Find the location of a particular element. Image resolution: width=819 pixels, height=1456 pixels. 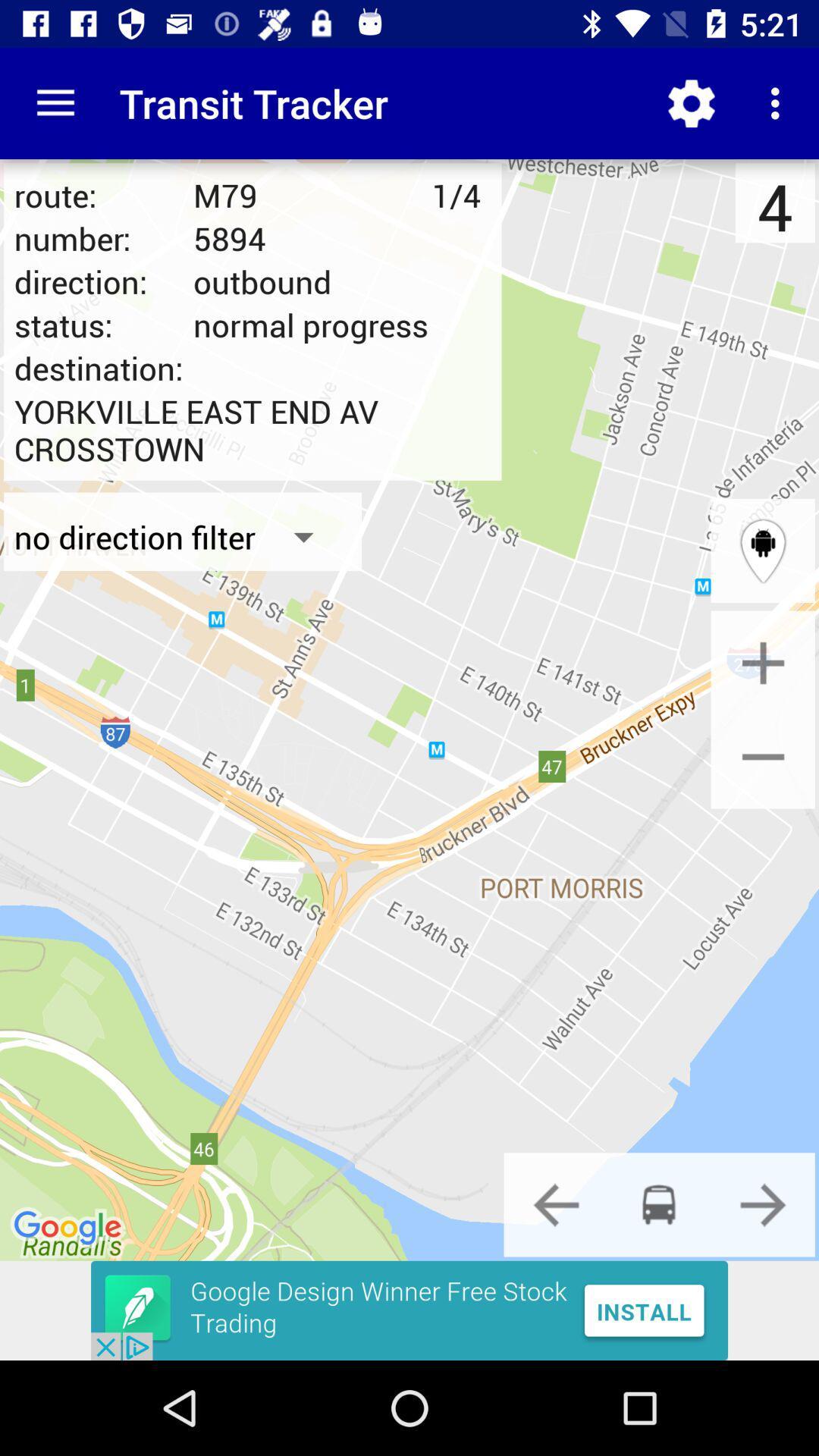

zoom in page is located at coordinates (763, 663).